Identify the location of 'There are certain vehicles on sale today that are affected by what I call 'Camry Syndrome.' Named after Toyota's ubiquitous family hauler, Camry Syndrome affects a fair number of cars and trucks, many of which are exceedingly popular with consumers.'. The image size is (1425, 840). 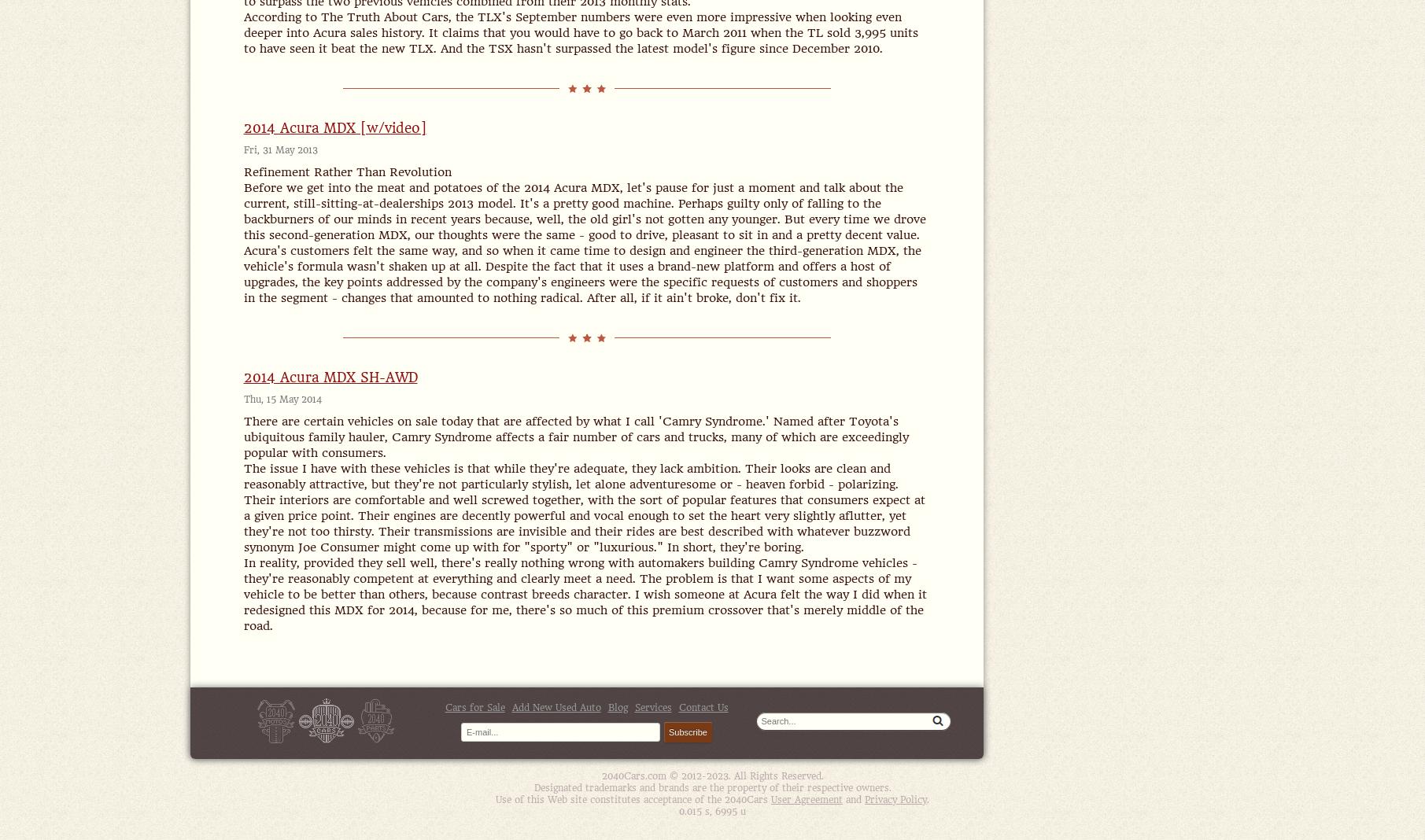
(574, 437).